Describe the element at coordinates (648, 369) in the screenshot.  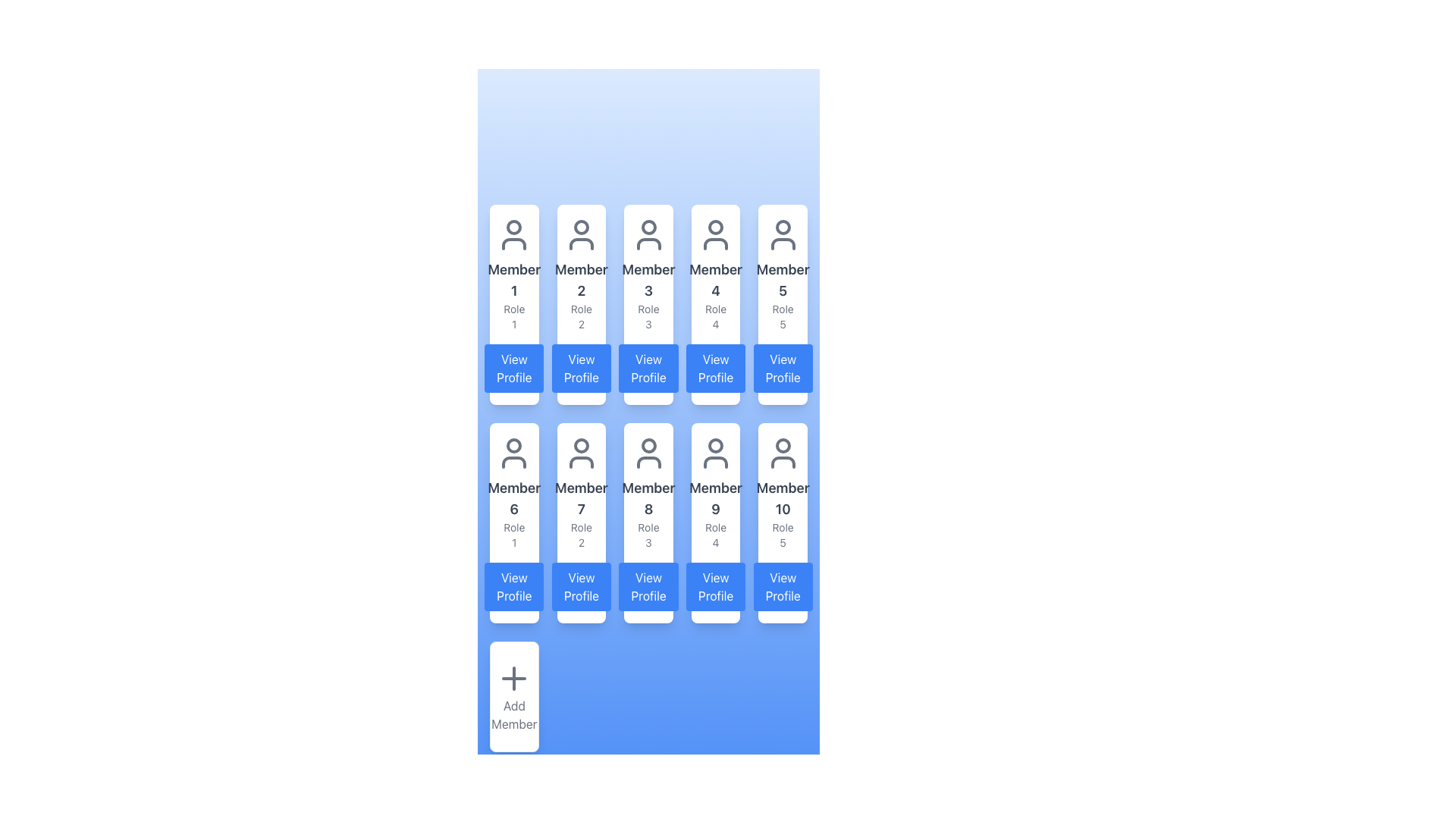
I see `the 'View Profile' button with a blue background and white text, located at the bottom of the 'Member 3 Role 3' card, to observe hover effects` at that location.